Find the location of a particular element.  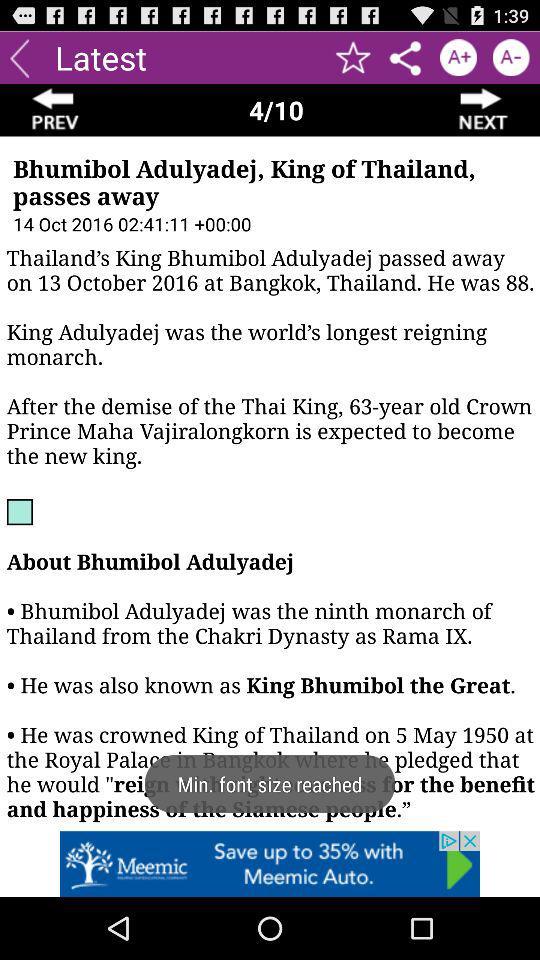

font size adjustable option is located at coordinates (511, 56).